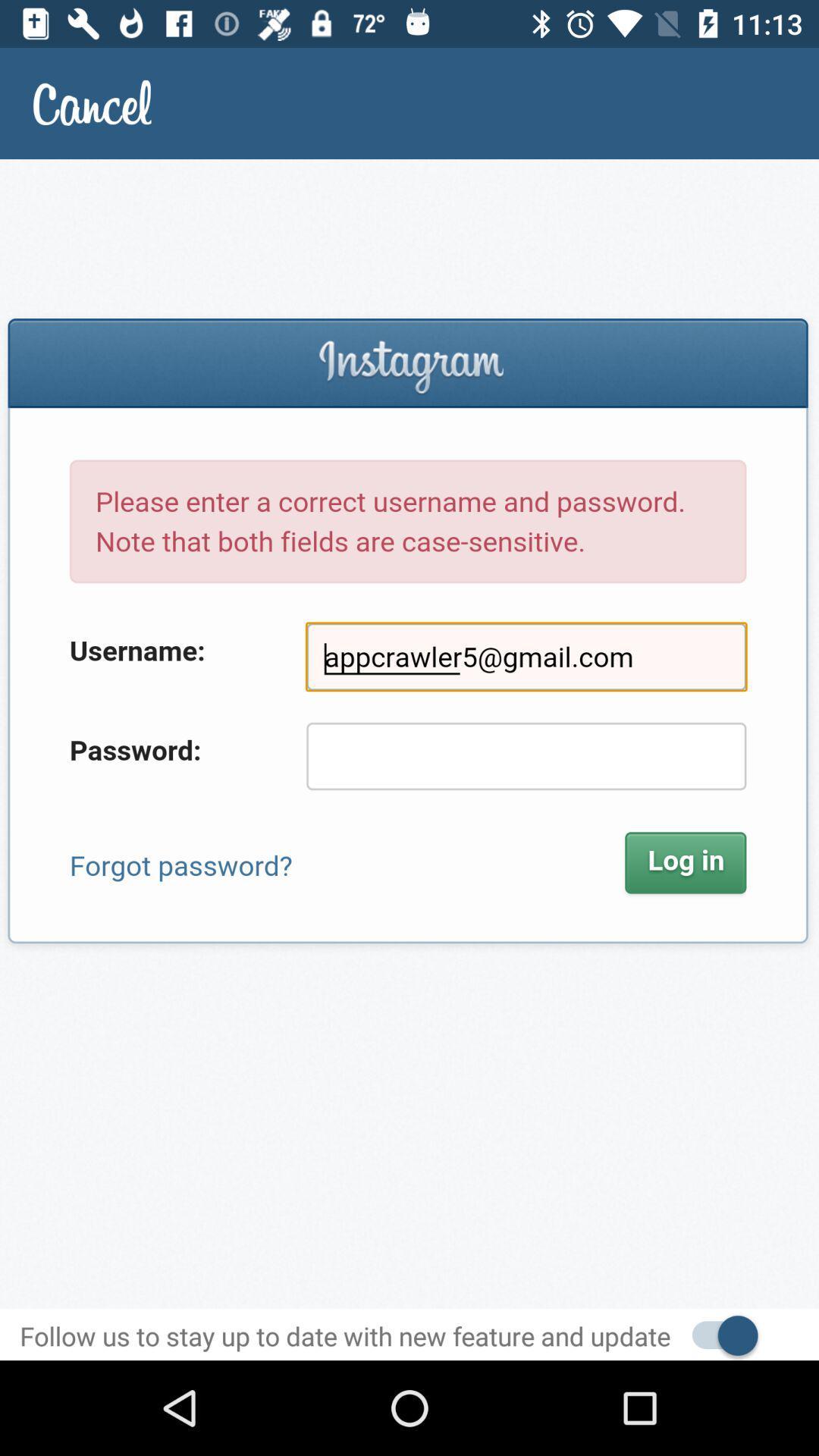  What do you see at coordinates (717, 1333) in the screenshot?
I see `for update` at bounding box center [717, 1333].